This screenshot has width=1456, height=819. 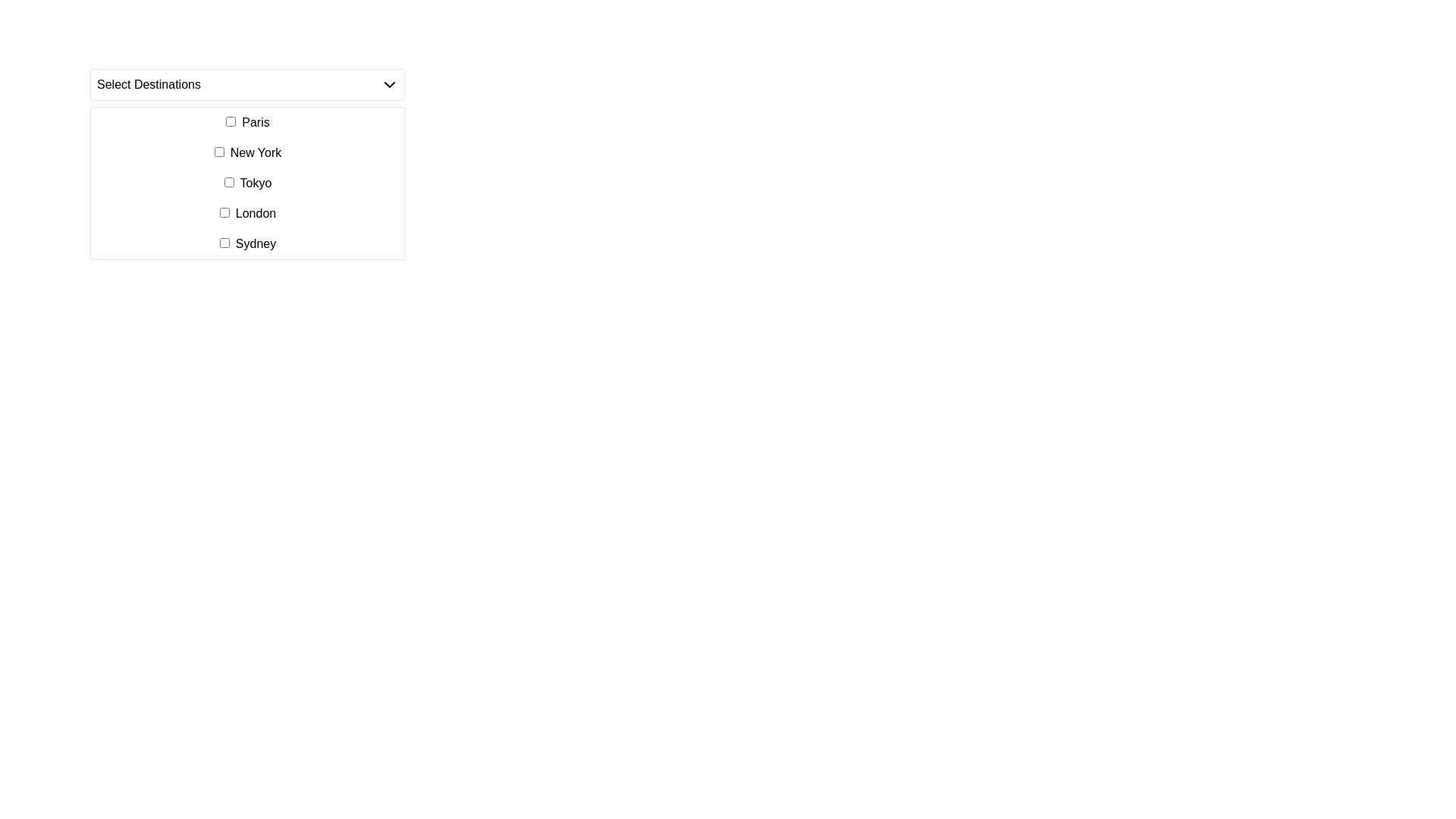 What do you see at coordinates (256, 243) in the screenshot?
I see `the text label 'Sydney' which is the fifth option in a dropdown menu, providing a description for the associated checkbox` at bounding box center [256, 243].